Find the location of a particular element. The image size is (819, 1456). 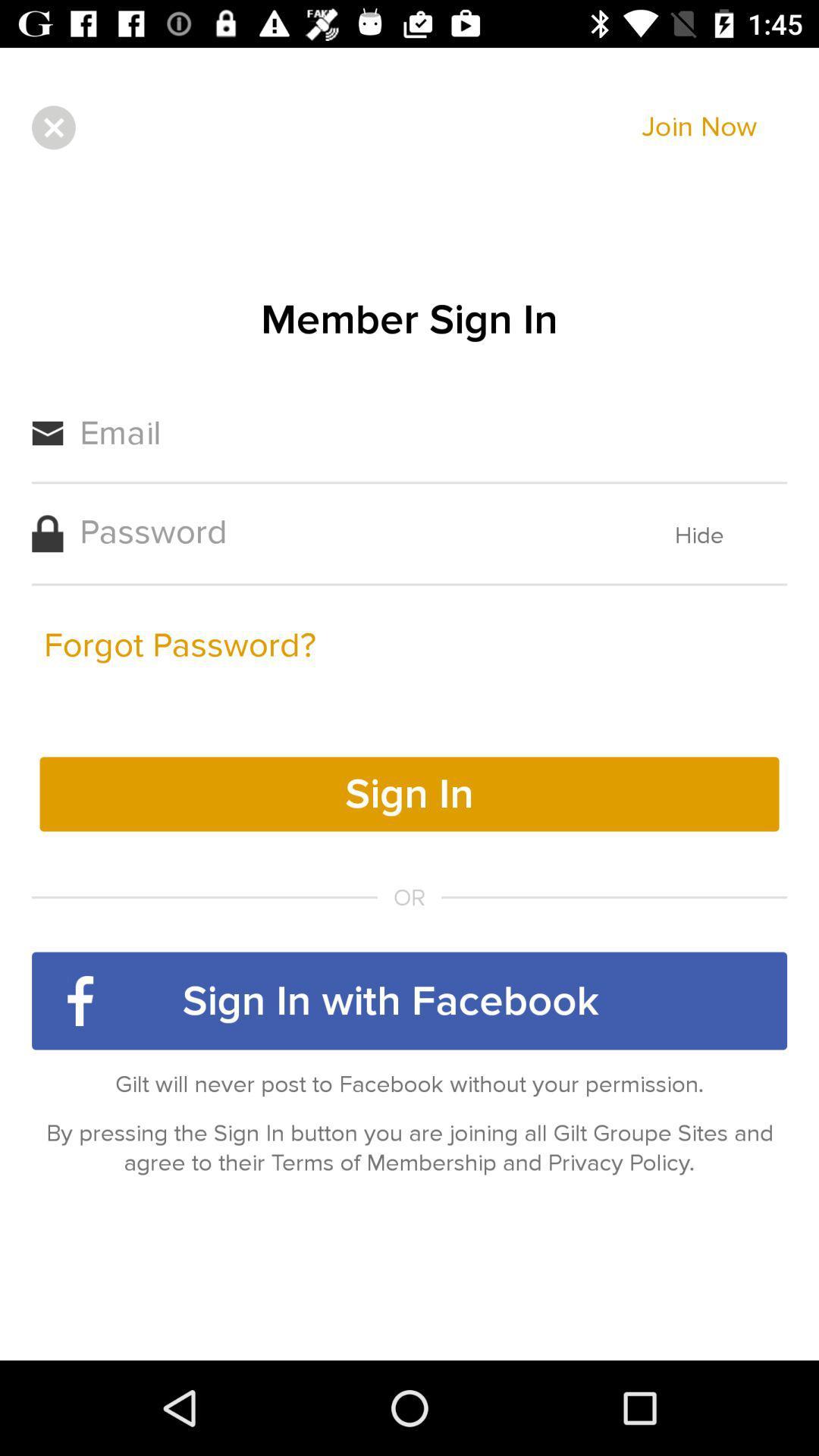

the password is located at coordinates (345, 532).